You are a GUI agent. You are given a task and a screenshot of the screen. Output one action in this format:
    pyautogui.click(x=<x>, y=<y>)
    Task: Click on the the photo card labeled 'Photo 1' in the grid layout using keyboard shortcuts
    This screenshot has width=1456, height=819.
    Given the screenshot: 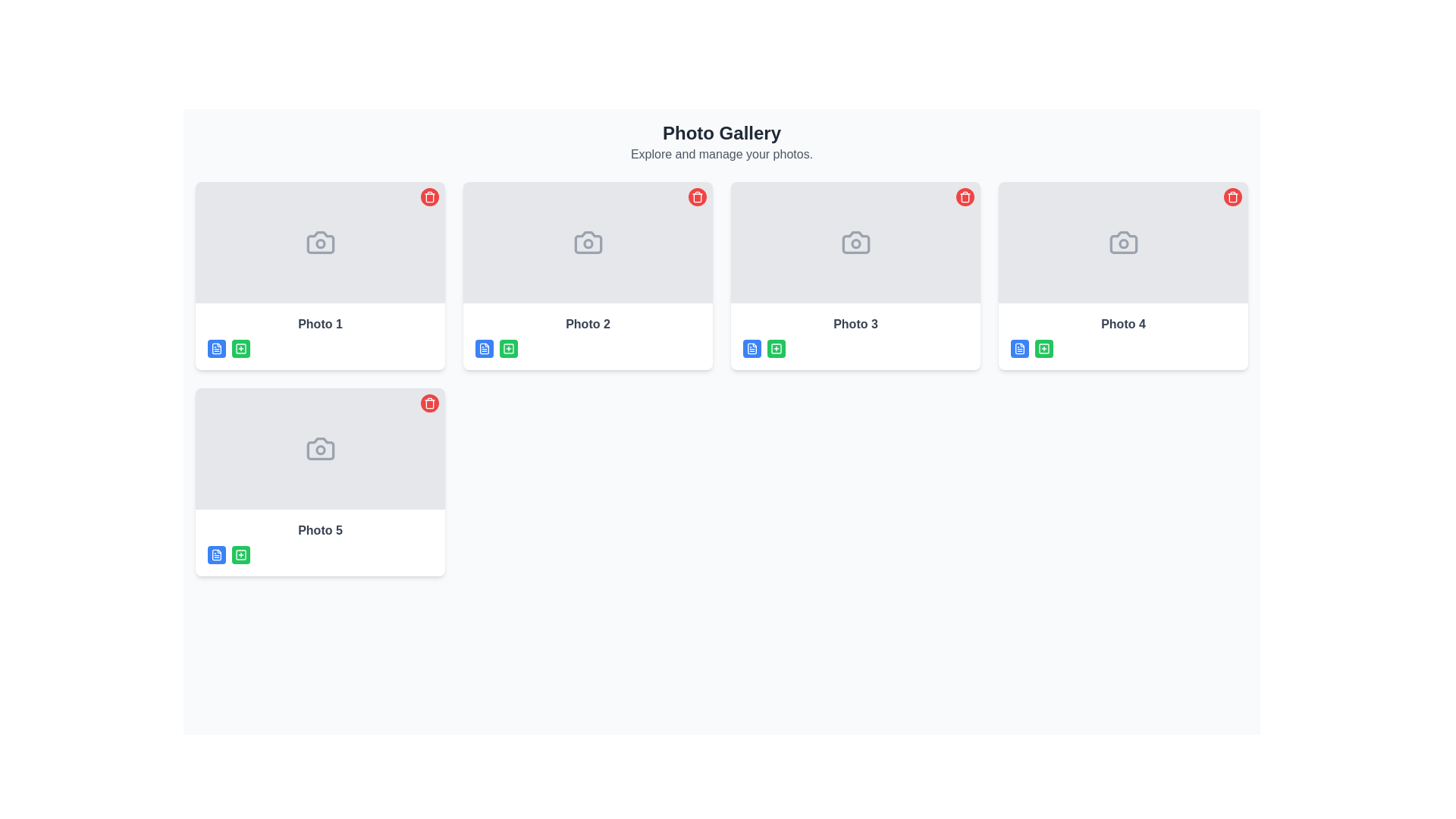 What is the action you would take?
    pyautogui.click(x=319, y=335)
    